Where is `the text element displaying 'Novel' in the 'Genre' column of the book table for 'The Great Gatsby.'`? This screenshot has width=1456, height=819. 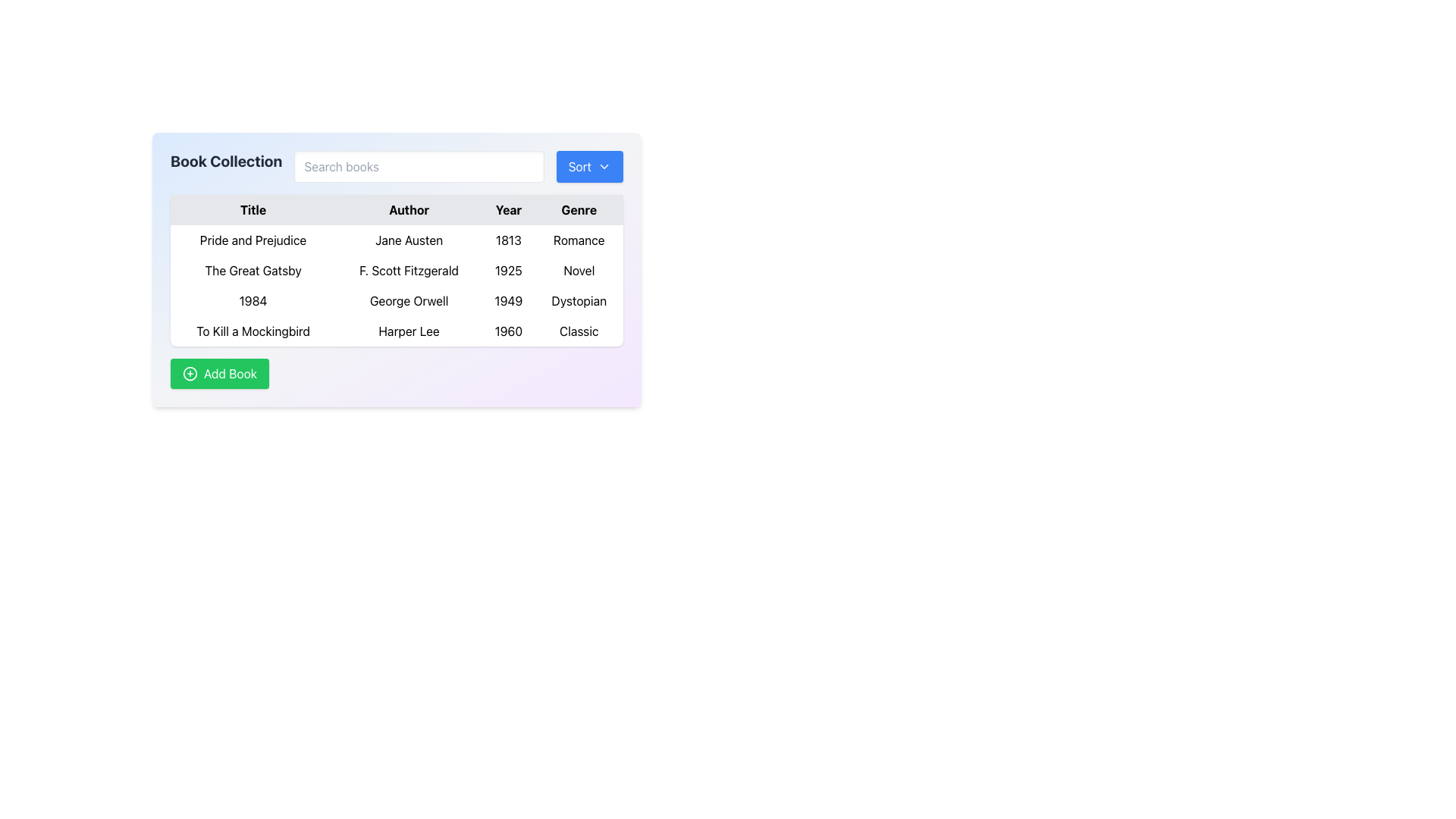
the text element displaying 'Novel' in the 'Genre' column of the book table for 'The Great Gatsby.' is located at coordinates (578, 270).